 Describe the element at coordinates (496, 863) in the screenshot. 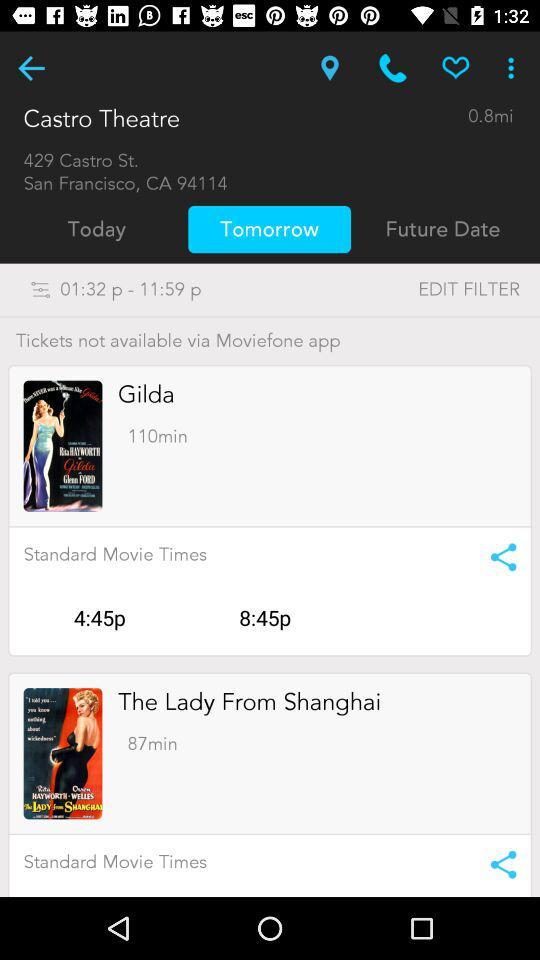

I see `share the movie` at that location.